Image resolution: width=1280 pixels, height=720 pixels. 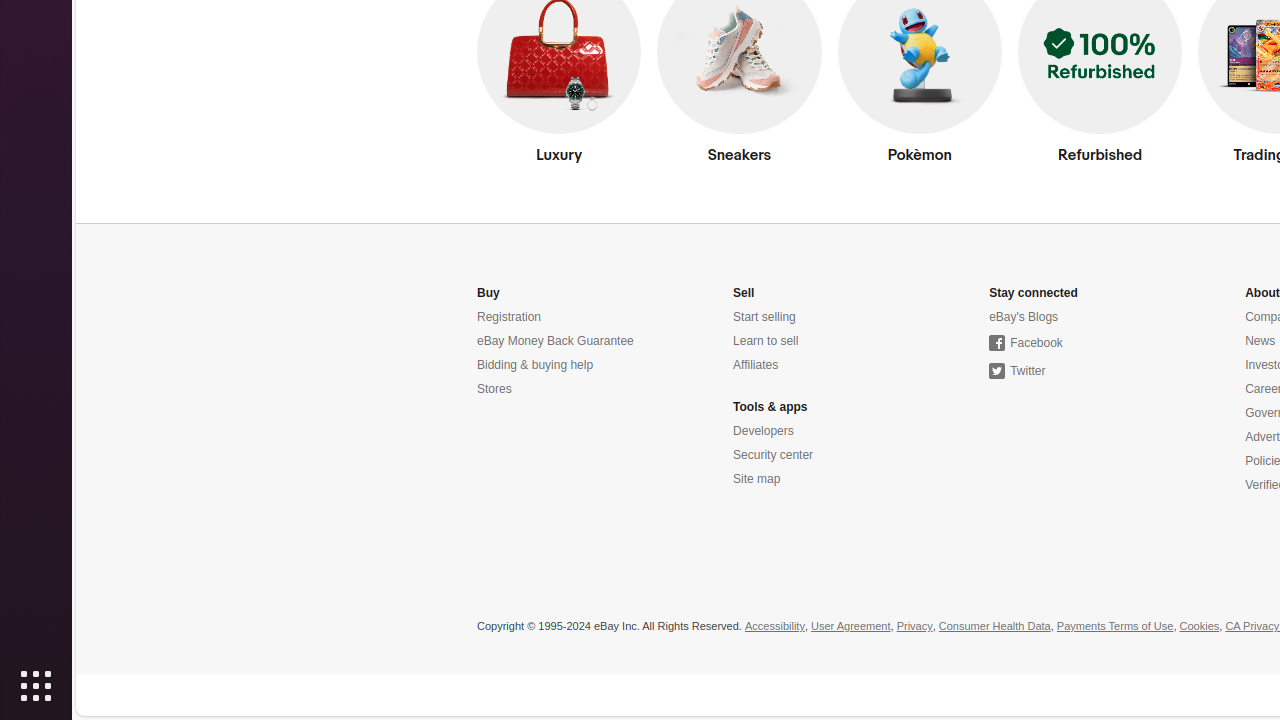 What do you see at coordinates (1017, 371) in the screenshot?
I see `'Twitter'` at bounding box center [1017, 371].